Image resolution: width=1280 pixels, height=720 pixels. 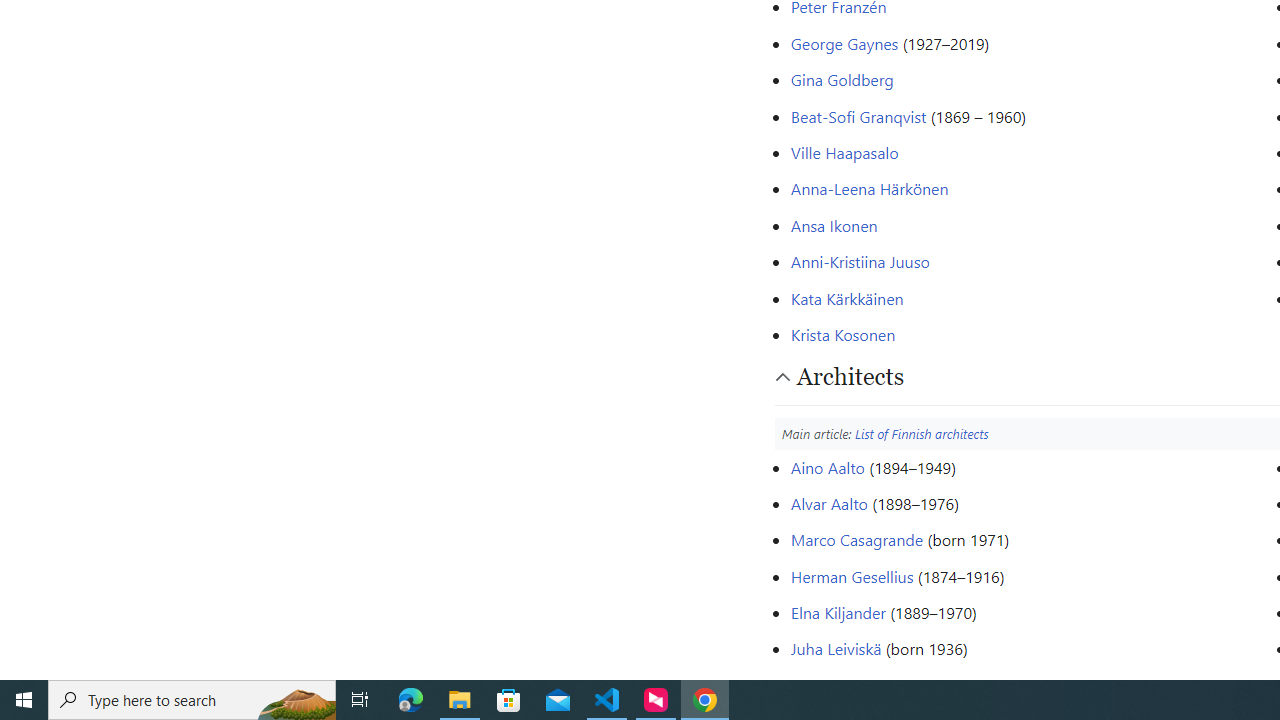 I want to click on 'List of Finnish architects', so click(x=921, y=432).